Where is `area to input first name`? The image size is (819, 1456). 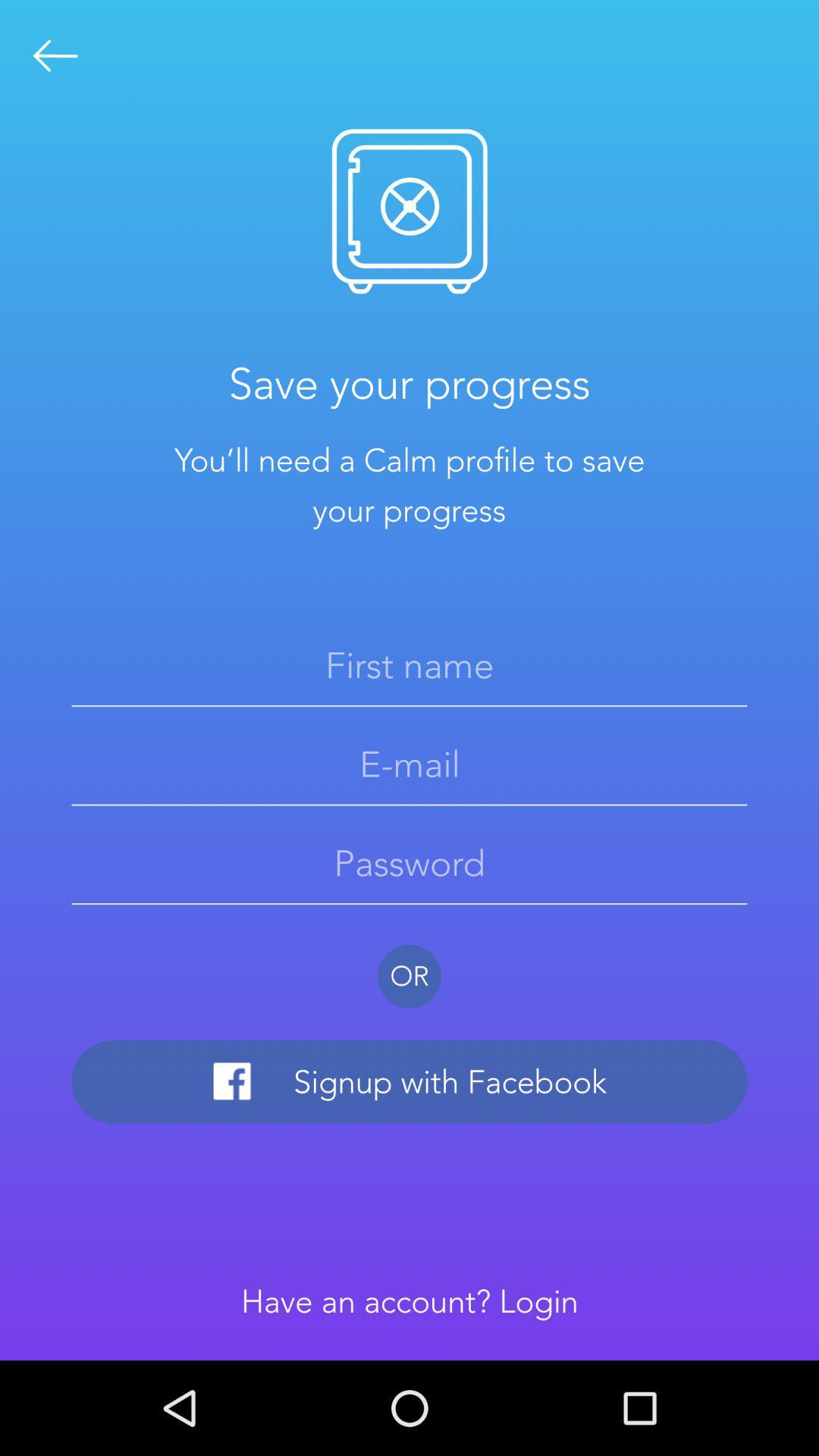
area to input first name is located at coordinates (409, 665).